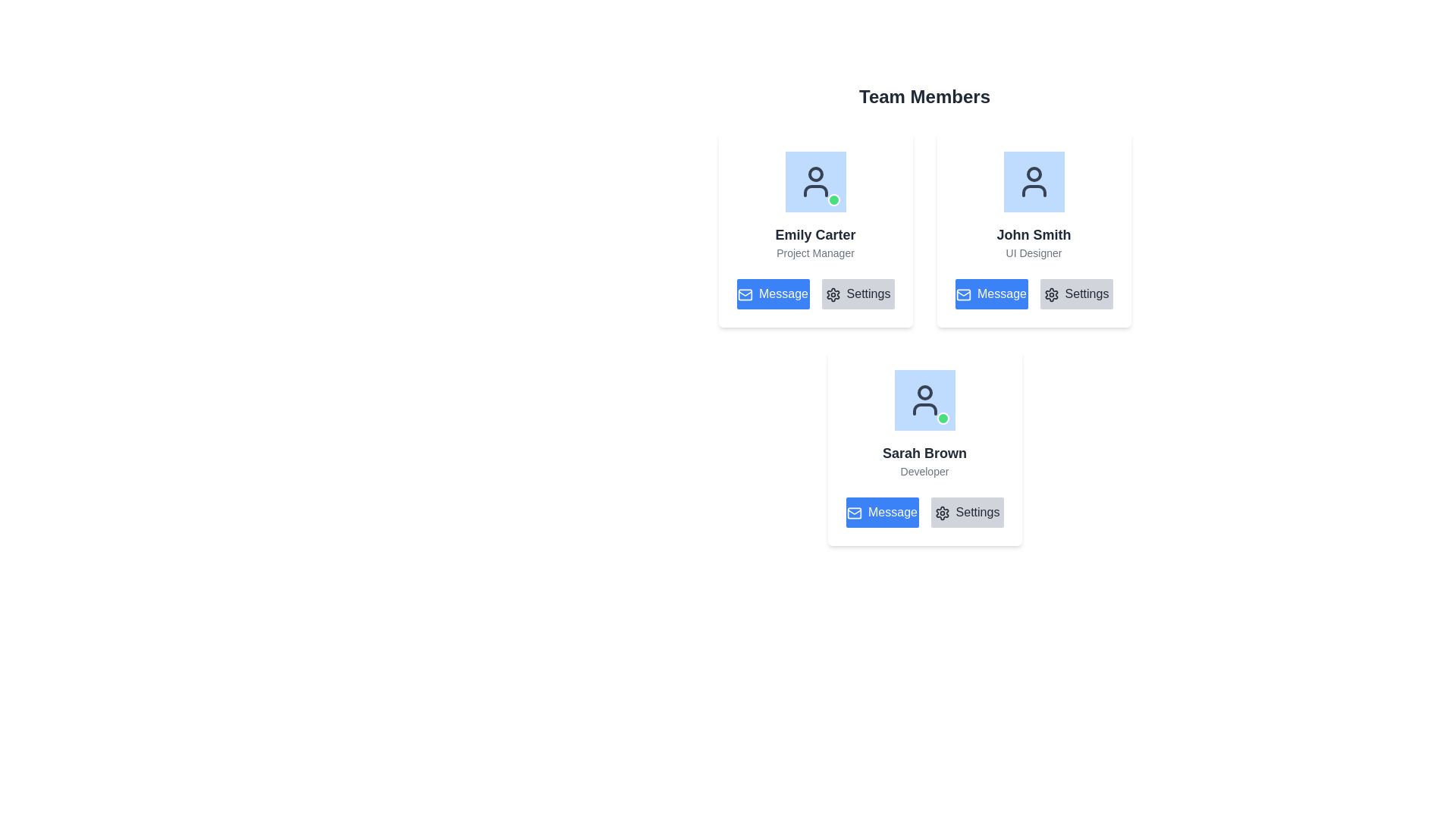 This screenshot has height=819, width=1456. Describe the element at coordinates (1033, 253) in the screenshot. I see `the static text label reading 'UI Designer', which is styled with a small font size and gray color, located below the header 'John Smith' in the profile card` at that location.